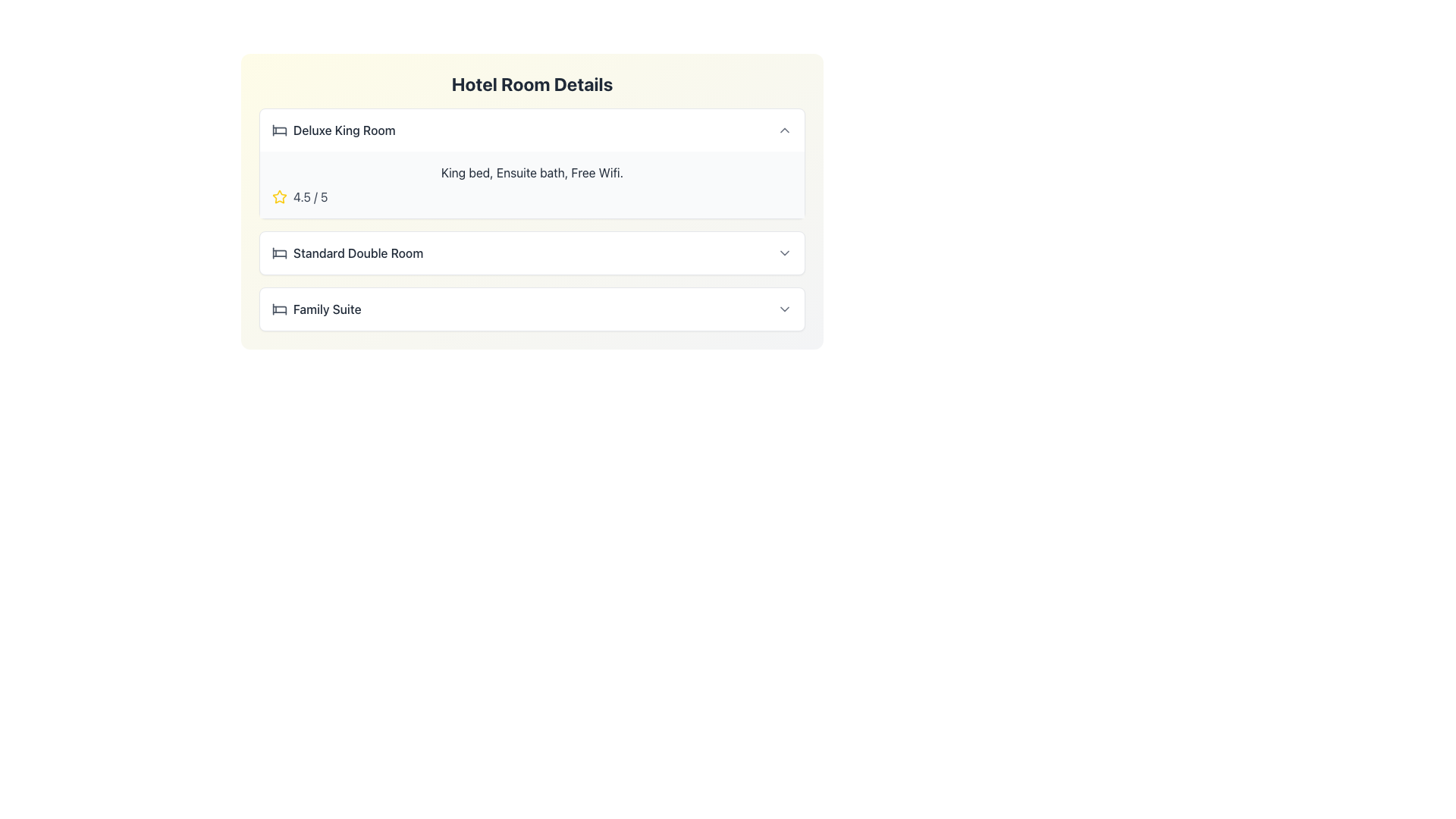  What do you see at coordinates (344, 130) in the screenshot?
I see `the static text element labeled 'Deluxe King Room' which is styled with a medium font weight and dark gray color, located next to a small bed icon in the 'Hotel Room Details' section` at bounding box center [344, 130].